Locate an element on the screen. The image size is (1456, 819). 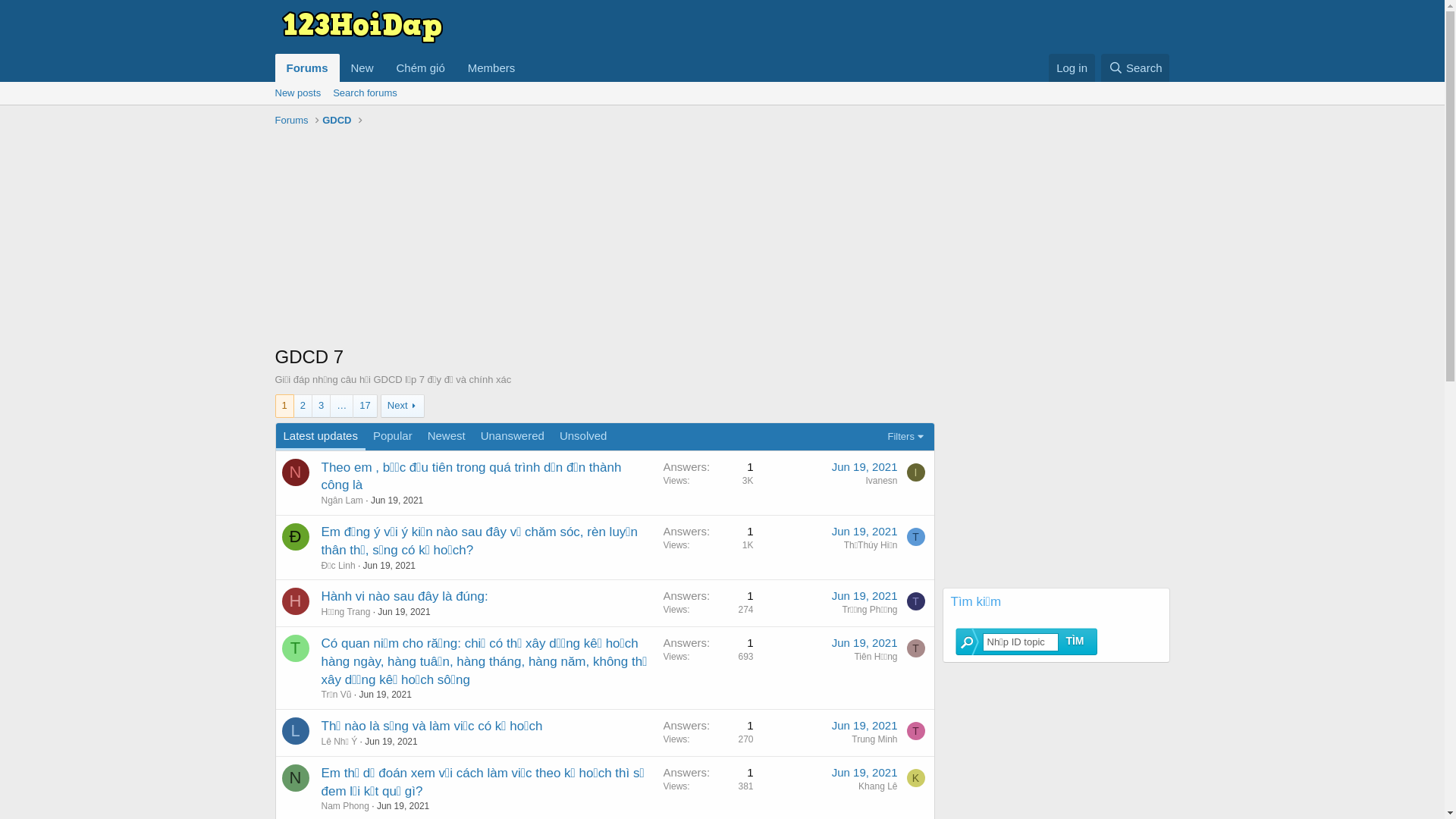
'Jun 19, 2021' is located at coordinates (403, 805).